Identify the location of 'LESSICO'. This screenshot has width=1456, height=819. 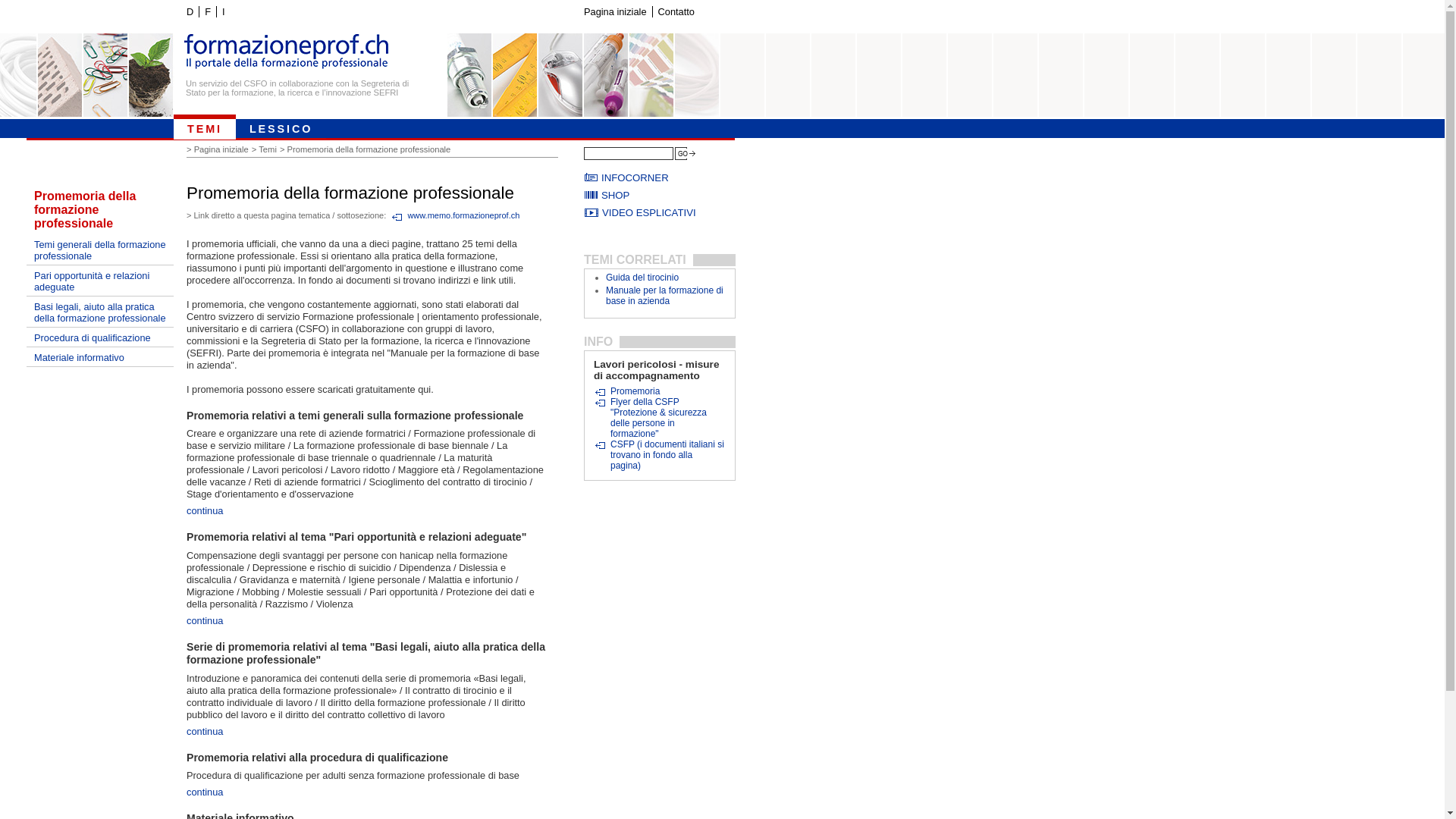
(235, 126).